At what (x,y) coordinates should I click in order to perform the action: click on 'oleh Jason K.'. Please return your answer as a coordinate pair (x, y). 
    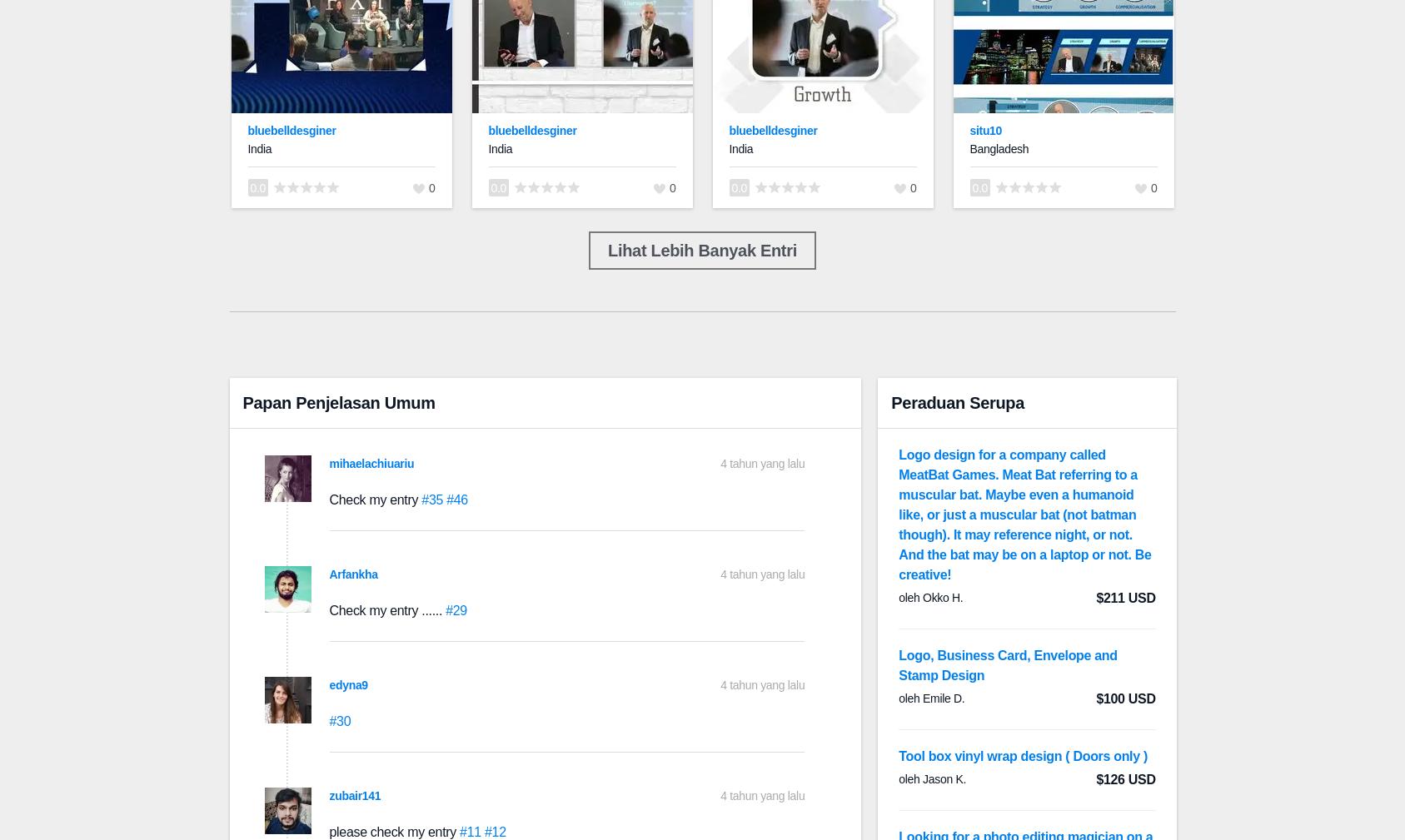
    Looking at the image, I should click on (932, 779).